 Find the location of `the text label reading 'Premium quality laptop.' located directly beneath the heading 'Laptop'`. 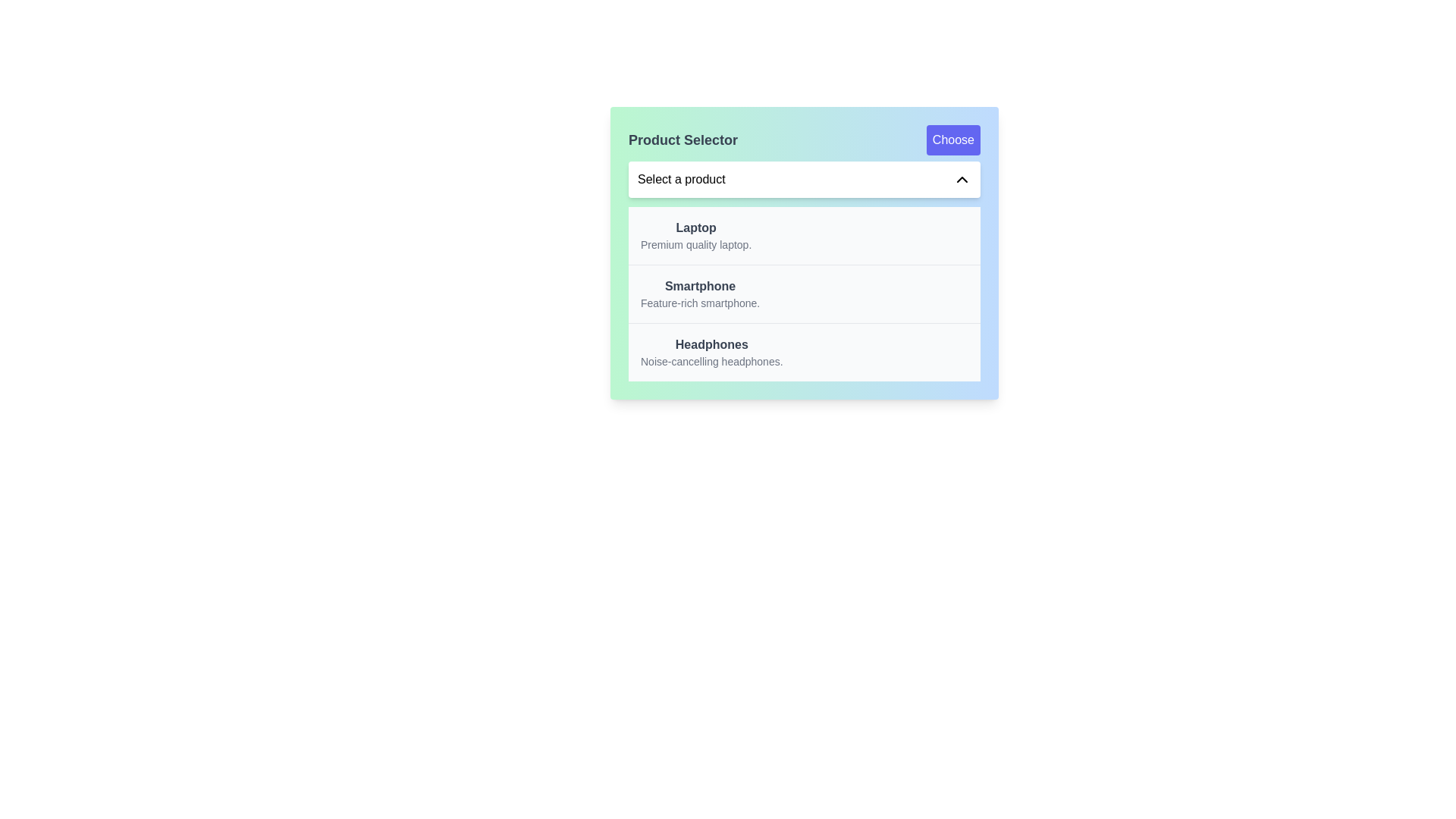

the text label reading 'Premium quality laptop.' located directly beneath the heading 'Laptop' is located at coordinates (695, 244).